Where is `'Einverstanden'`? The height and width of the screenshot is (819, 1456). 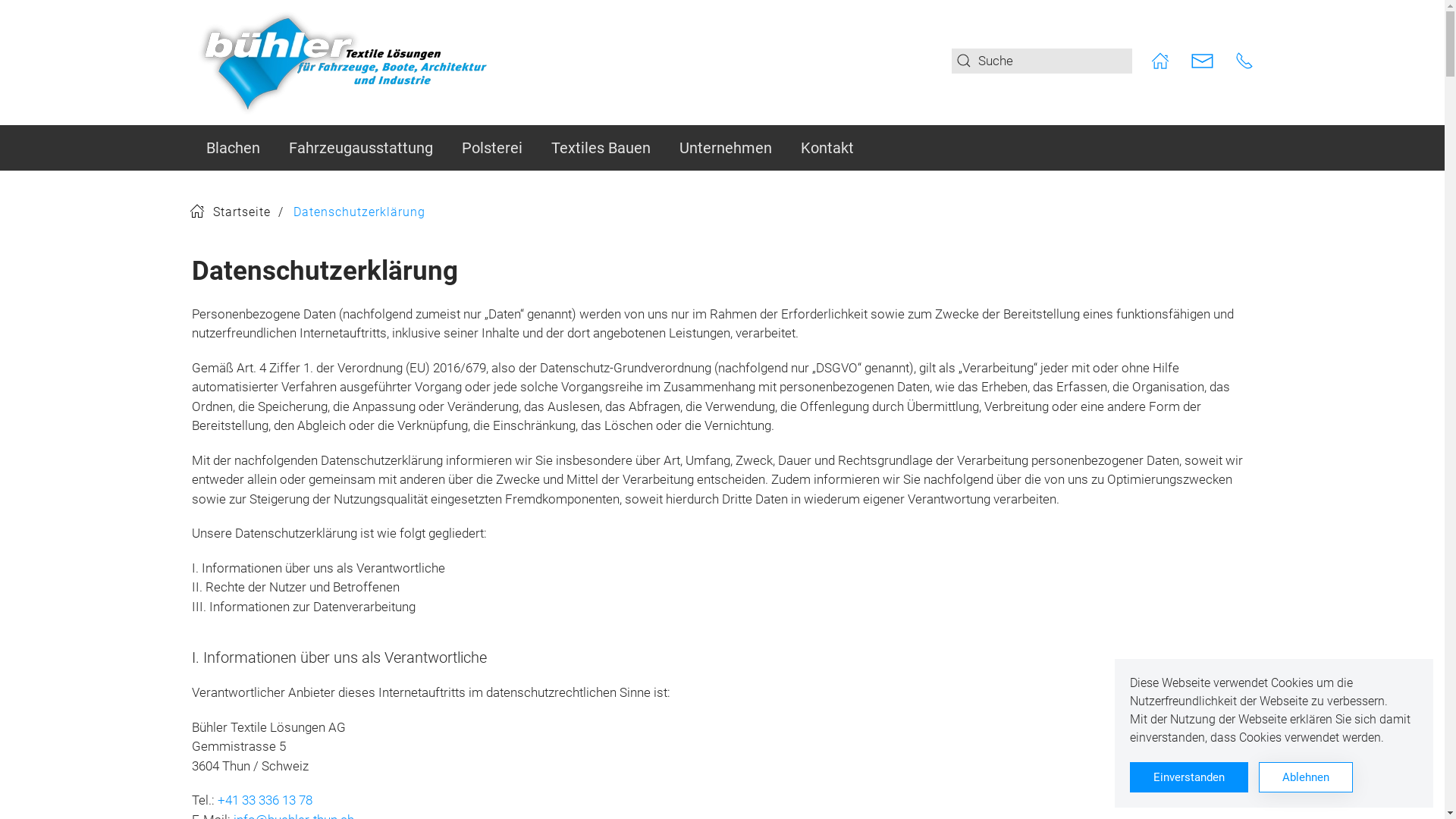
'Einverstanden' is located at coordinates (1188, 777).